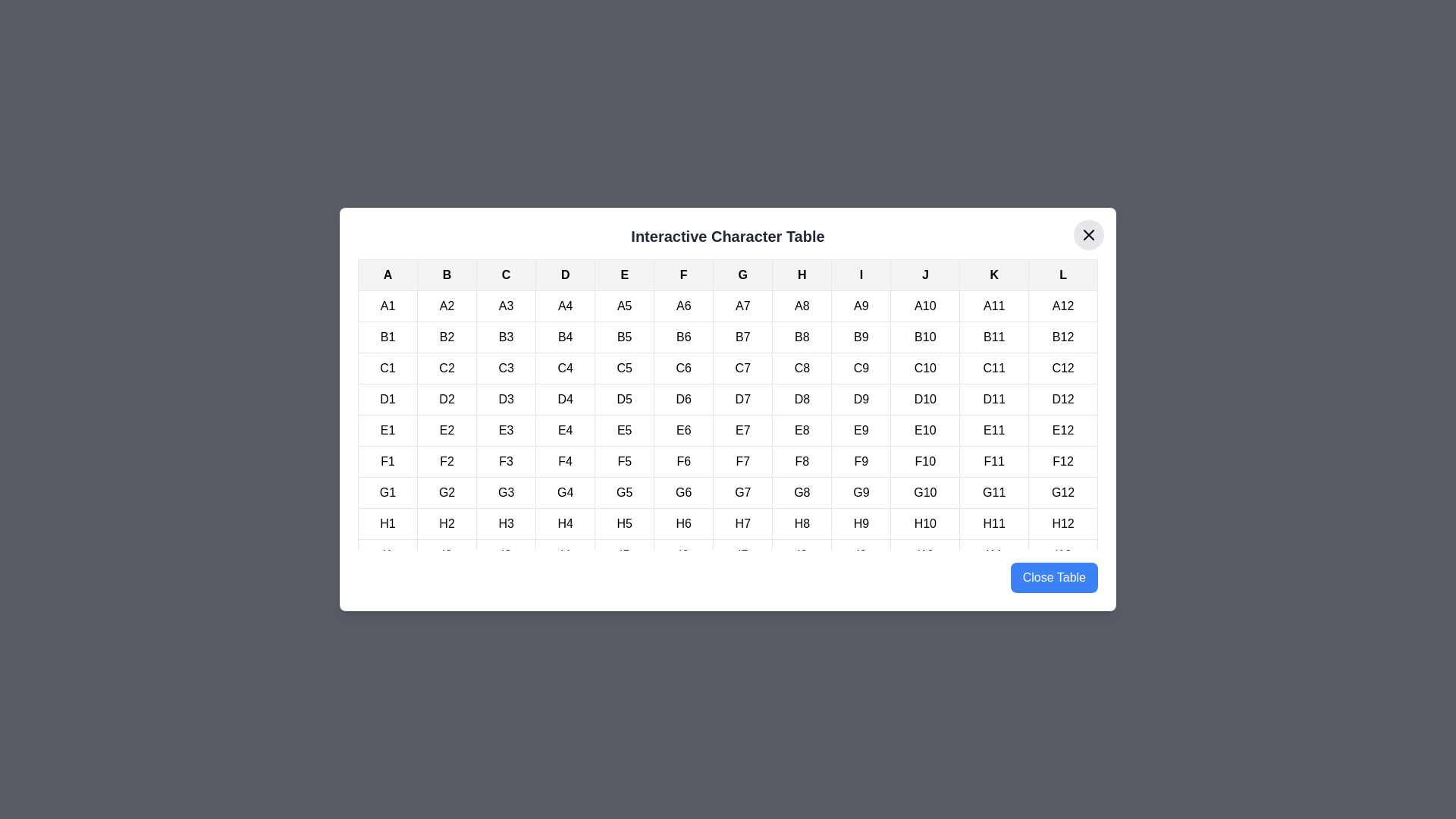 The image size is (1456, 819). Describe the element at coordinates (1087, 234) in the screenshot. I see `the close button in the top-right corner of the dialog` at that location.